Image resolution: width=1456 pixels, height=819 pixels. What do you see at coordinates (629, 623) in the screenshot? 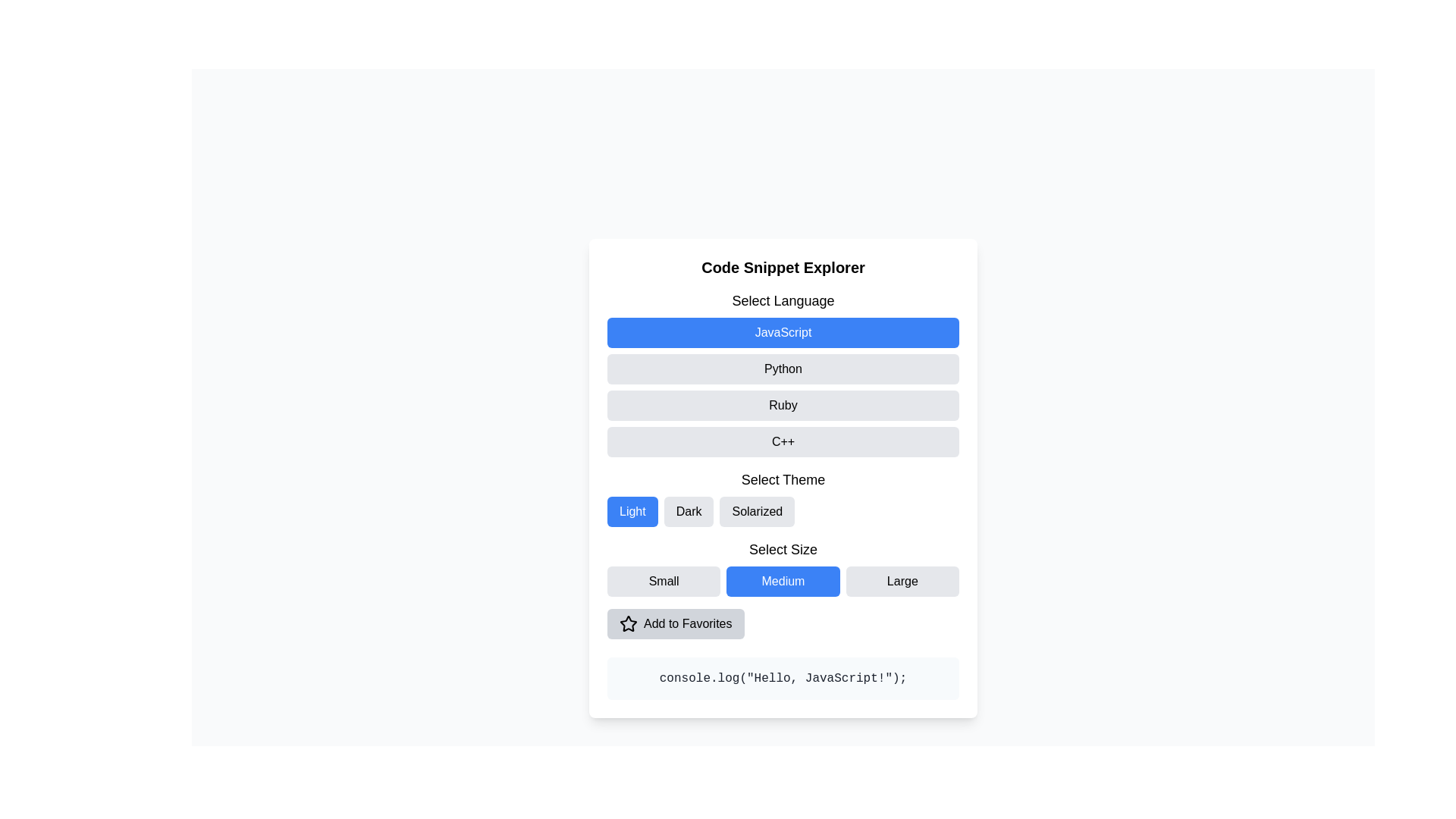
I see `the 'Add to Favorites' button which contains the star icon and the text, located at the bottom of the interface` at bounding box center [629, 623].